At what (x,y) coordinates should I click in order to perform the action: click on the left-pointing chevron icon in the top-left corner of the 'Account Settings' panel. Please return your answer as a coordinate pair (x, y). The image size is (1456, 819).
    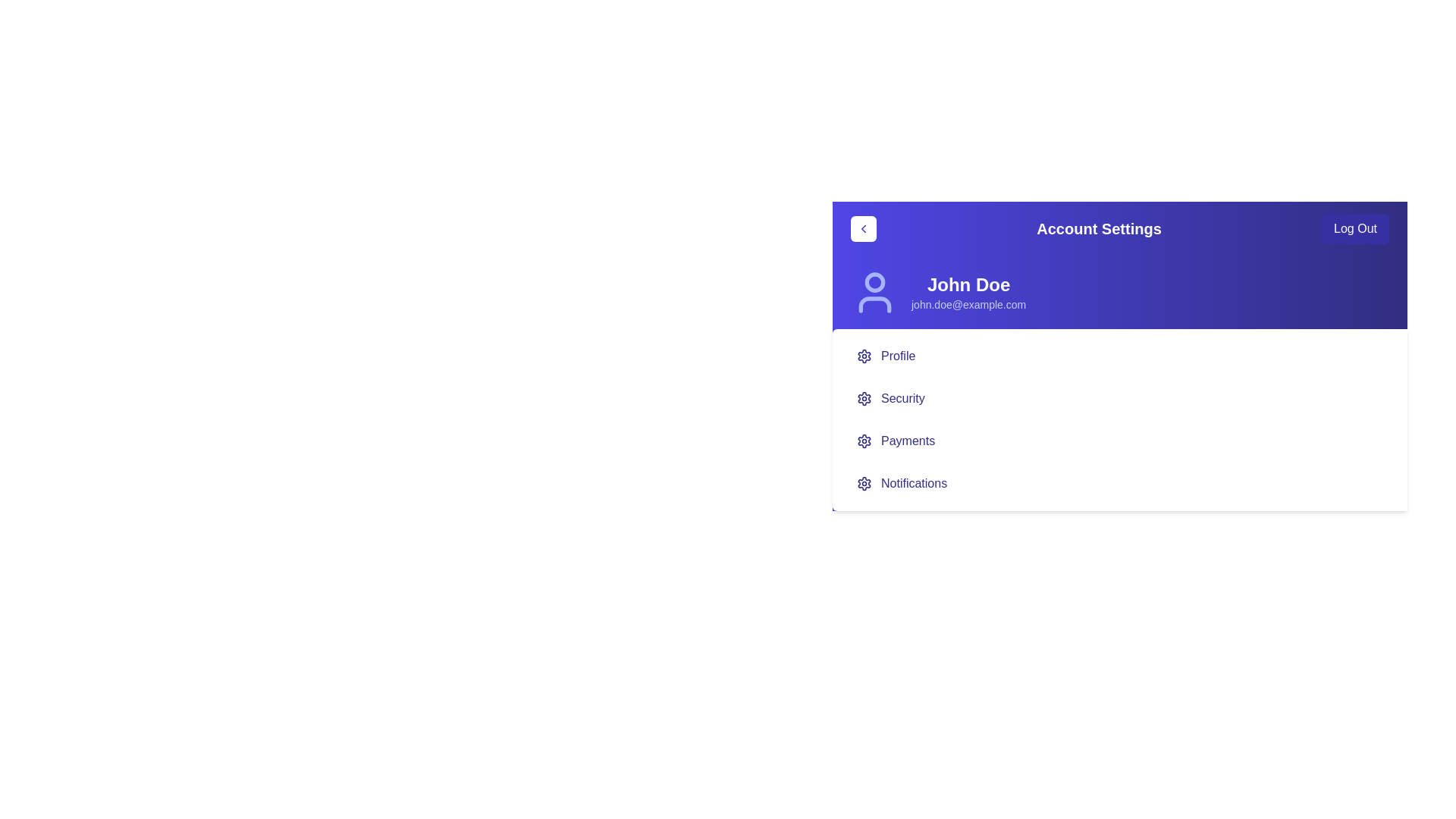
    Looking at the image, I should click on (863, 228).